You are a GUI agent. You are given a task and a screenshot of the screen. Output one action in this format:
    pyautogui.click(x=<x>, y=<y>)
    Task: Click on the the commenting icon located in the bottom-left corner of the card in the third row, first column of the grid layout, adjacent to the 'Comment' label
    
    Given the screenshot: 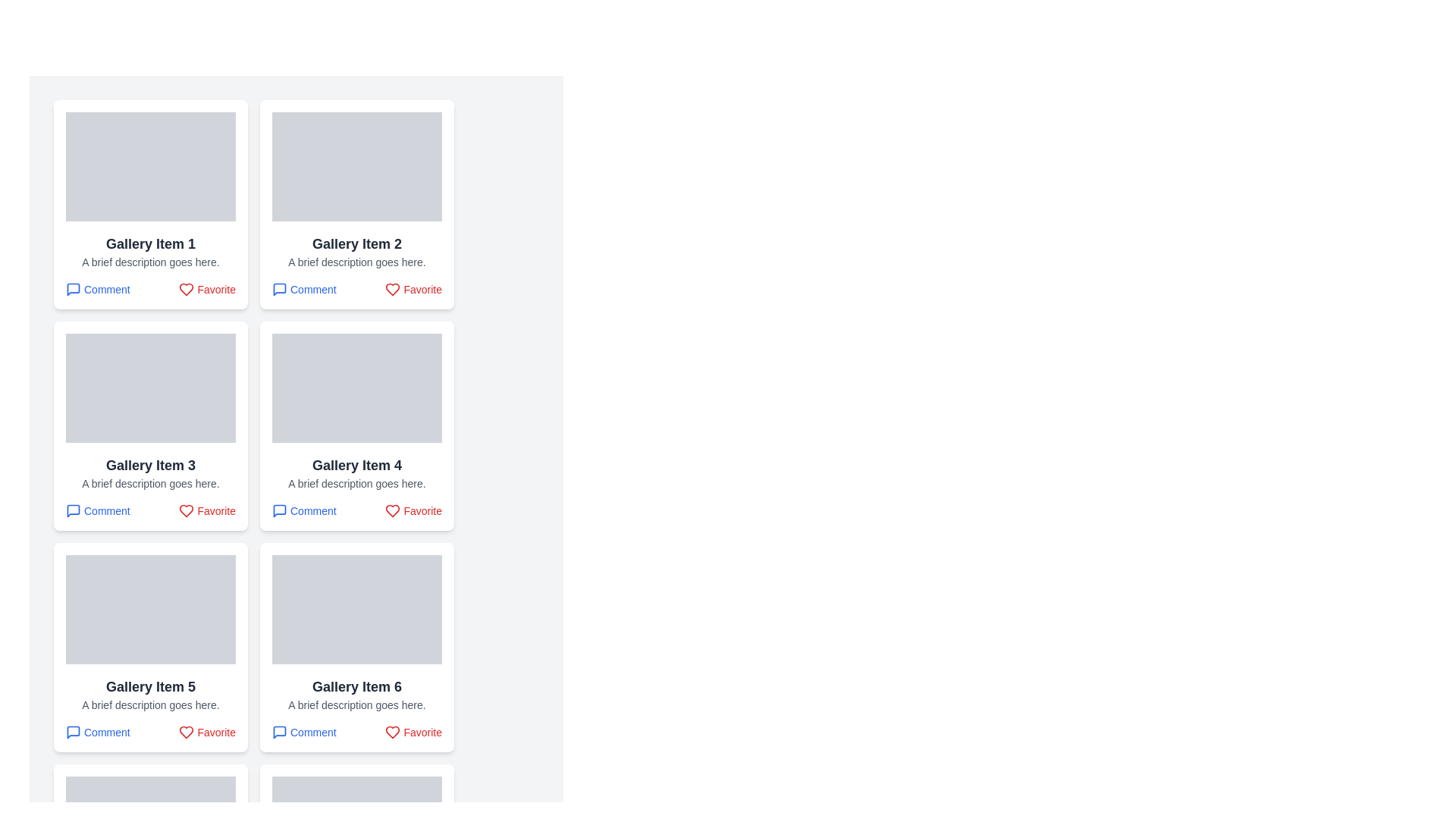 What is the action you would take?
    pyautogui.click(x=72, y=511)
    